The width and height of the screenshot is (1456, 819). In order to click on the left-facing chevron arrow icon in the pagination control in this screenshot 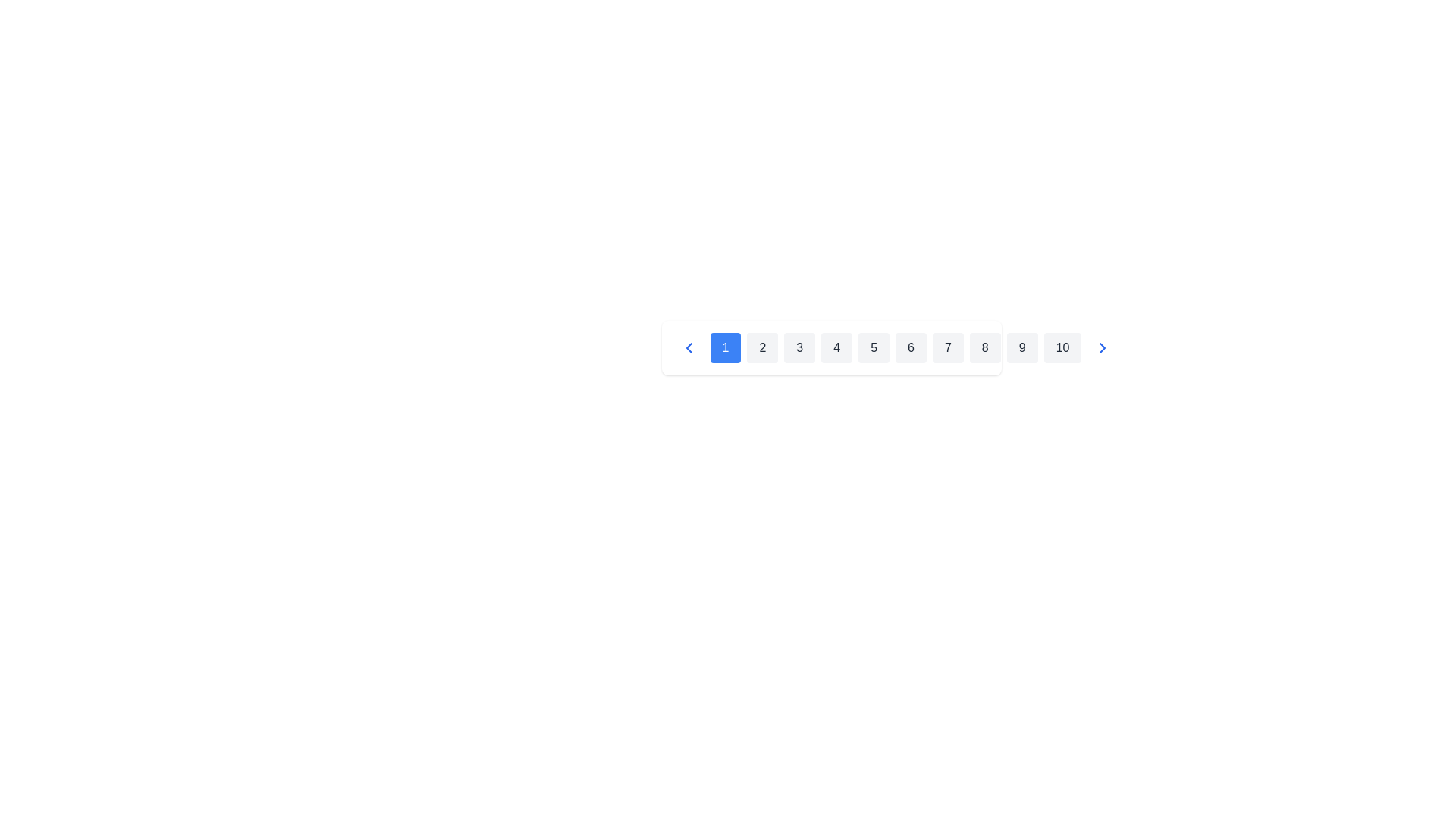, I will do `click(688, 348)`.